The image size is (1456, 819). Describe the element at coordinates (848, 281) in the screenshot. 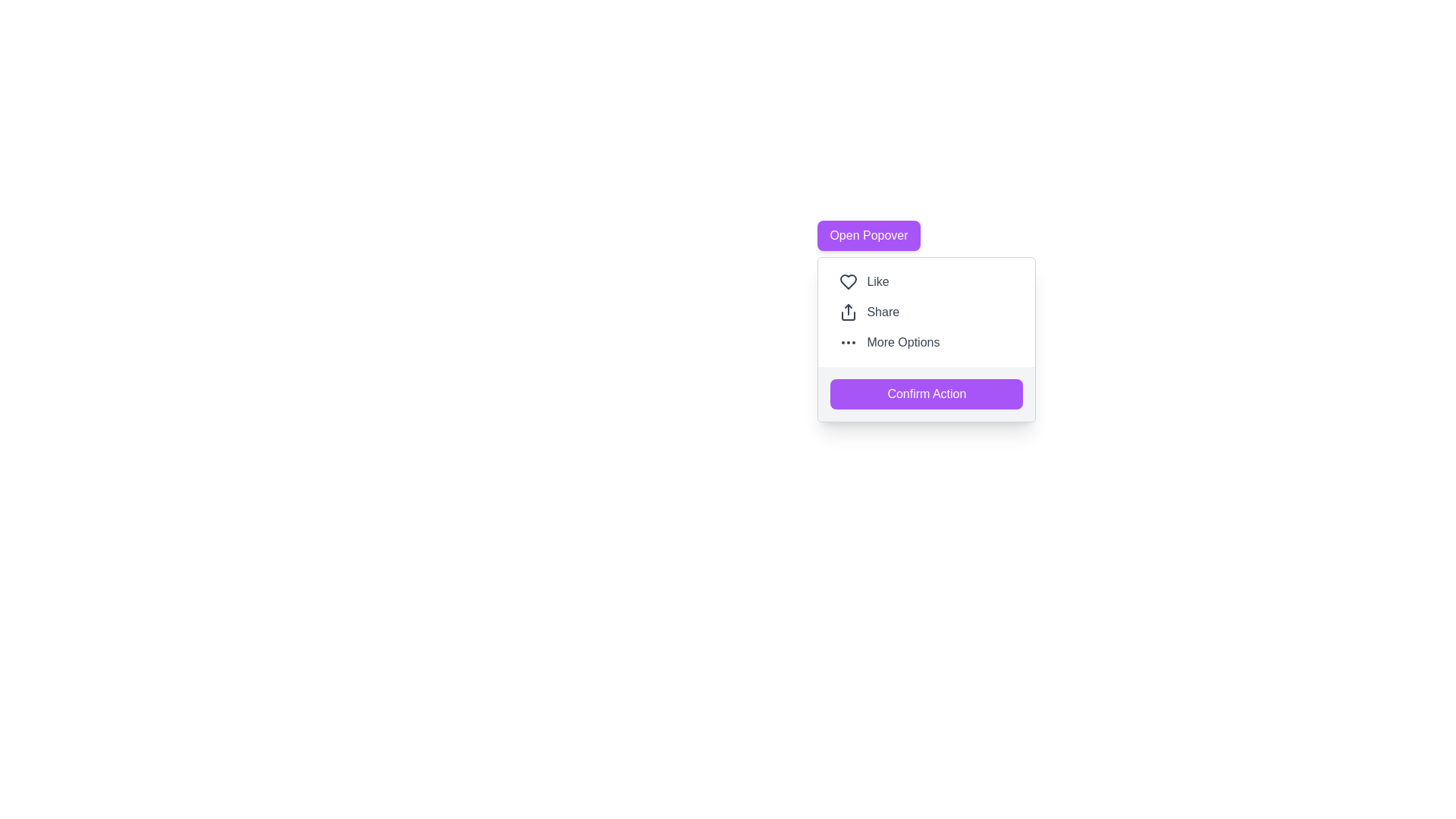

I see `the heart icon, which represents a 'like' or 'favorite' action in the popover menu` at that location.